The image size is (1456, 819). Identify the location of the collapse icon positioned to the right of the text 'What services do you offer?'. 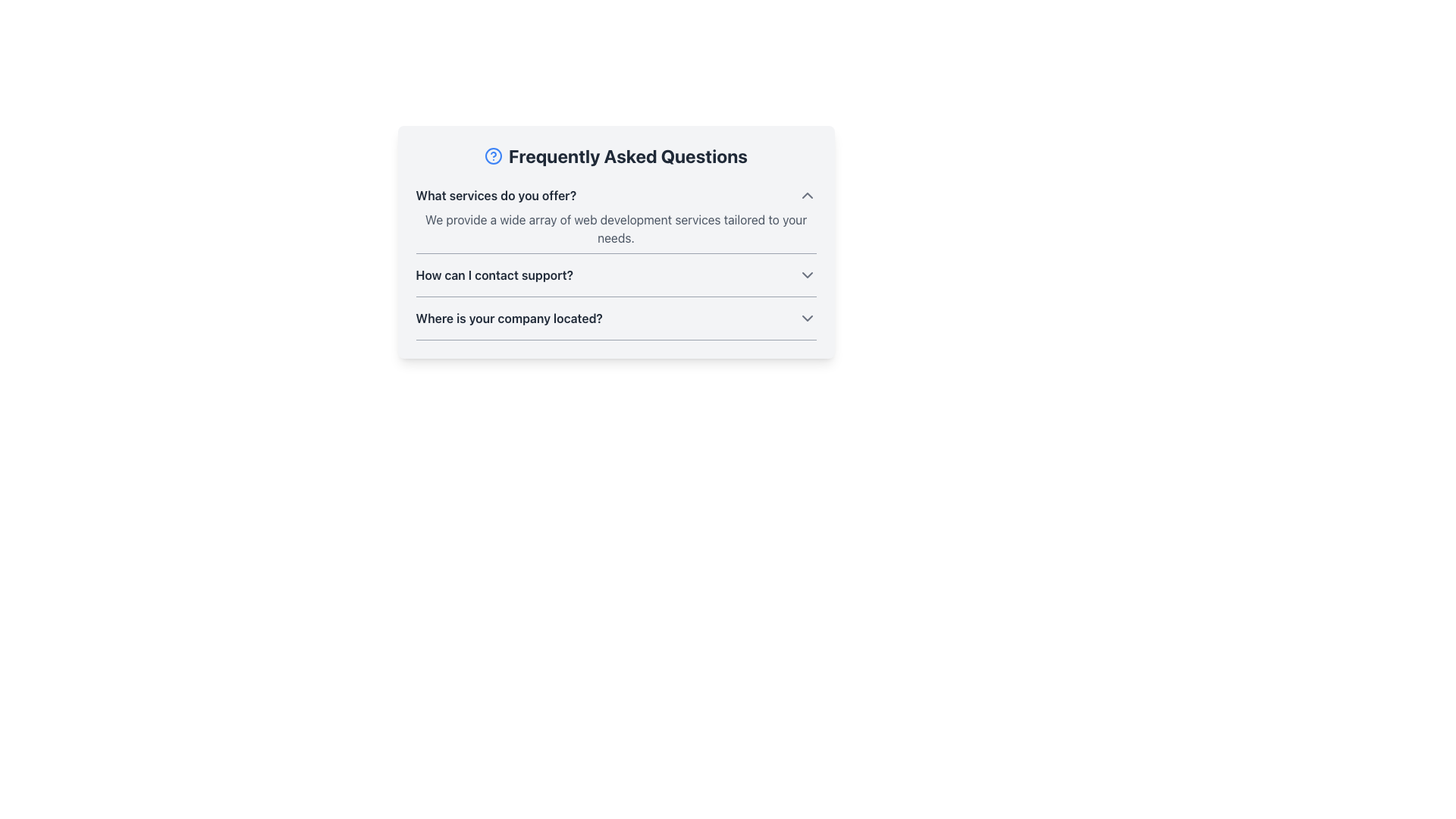
(806, 195).